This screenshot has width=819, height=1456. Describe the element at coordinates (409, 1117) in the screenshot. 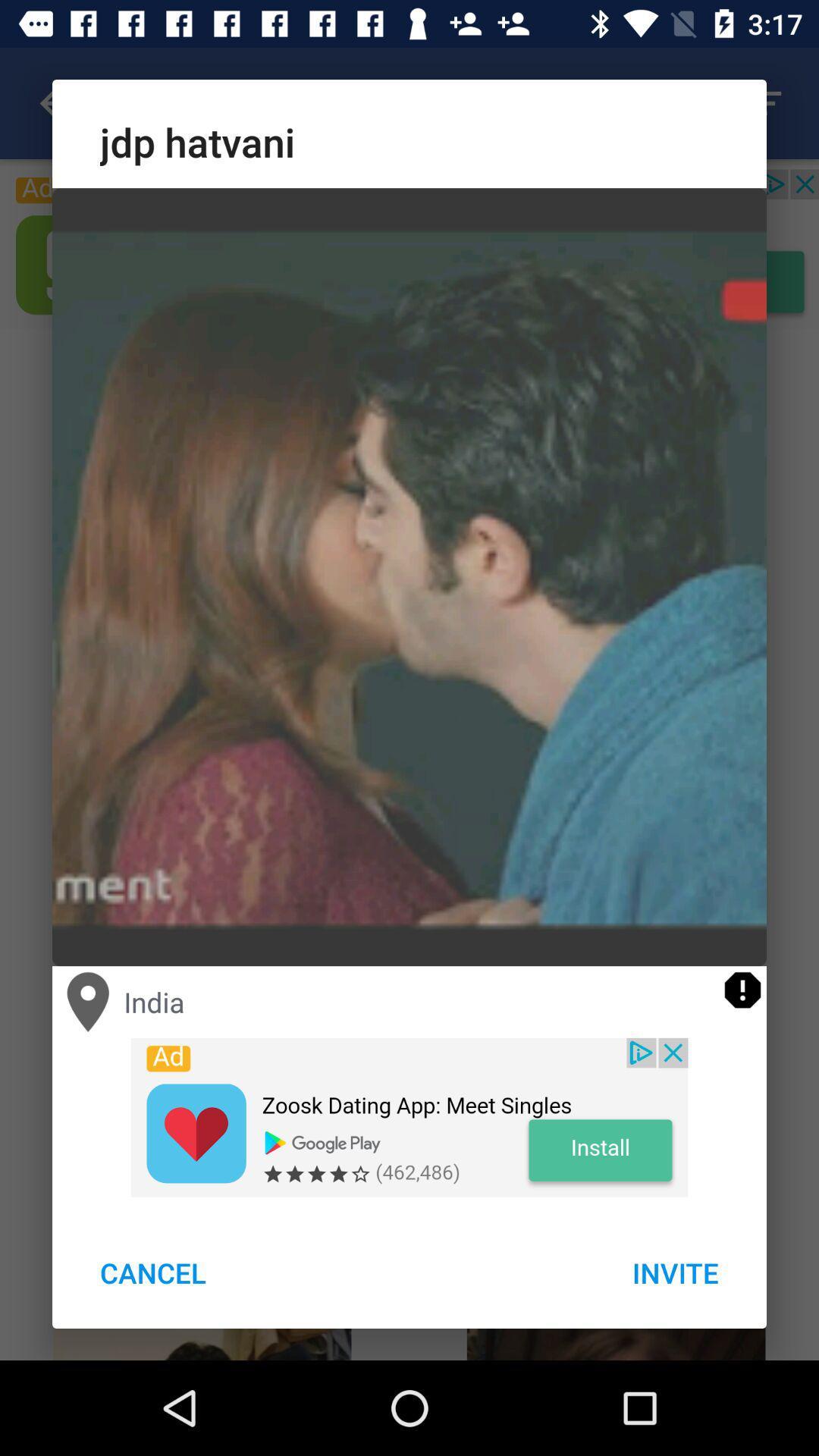

I see `click on zoosk dating advertisement` at that location.